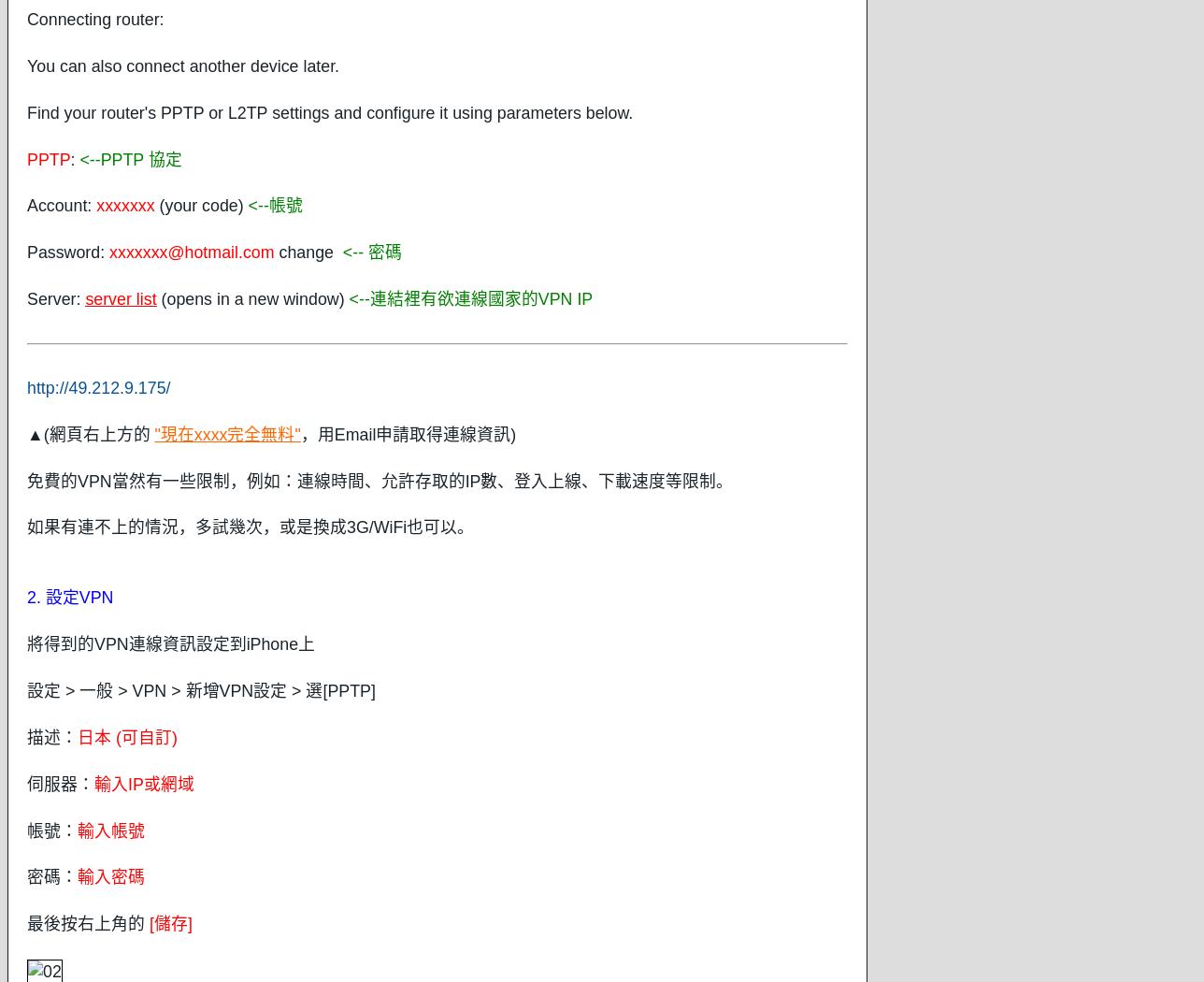 The image size is (1204, 982). I want to click on 'Account:', so click(61, 204).